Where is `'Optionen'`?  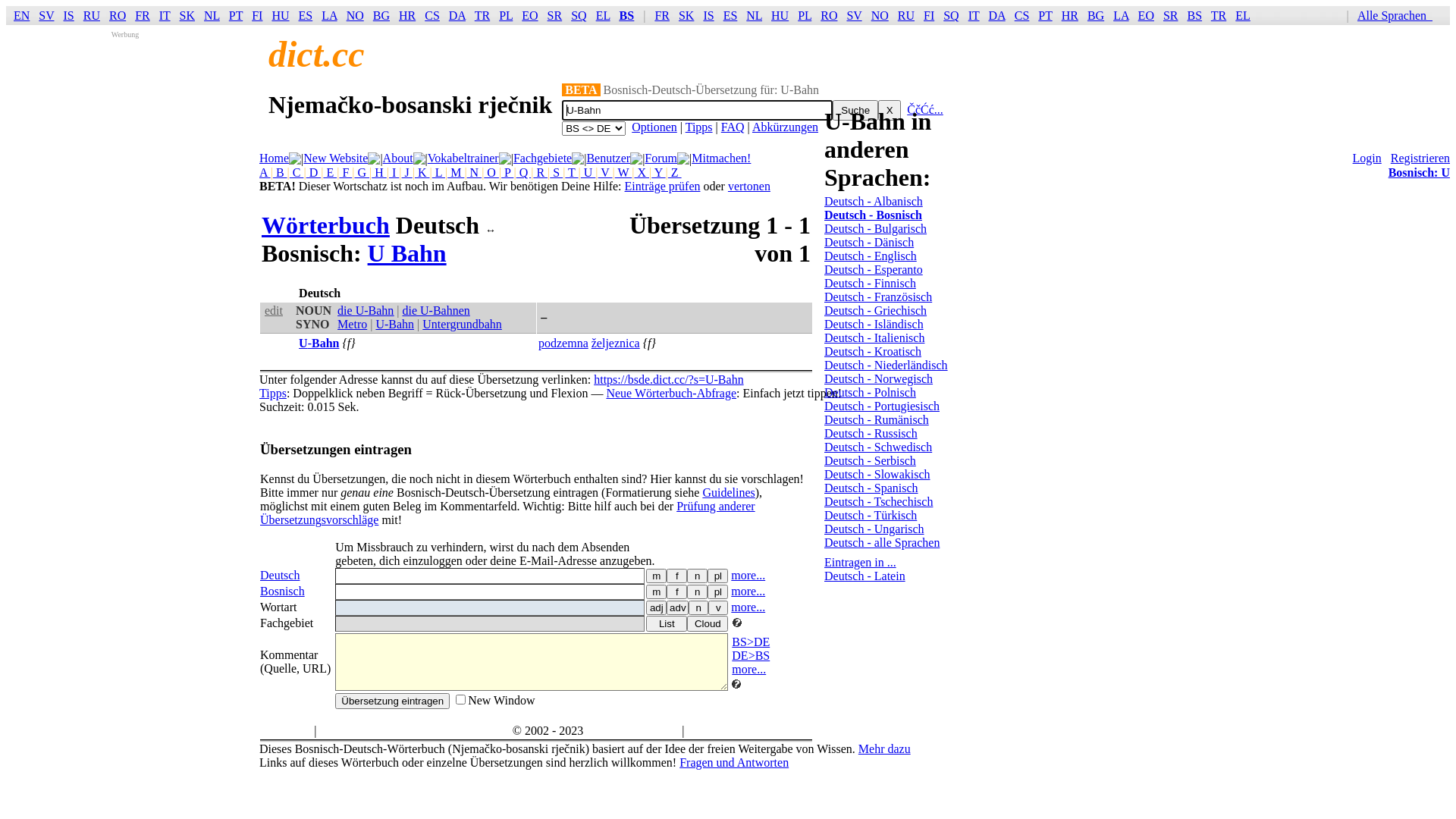
'Optionen' is located at coordinates (654, 126).